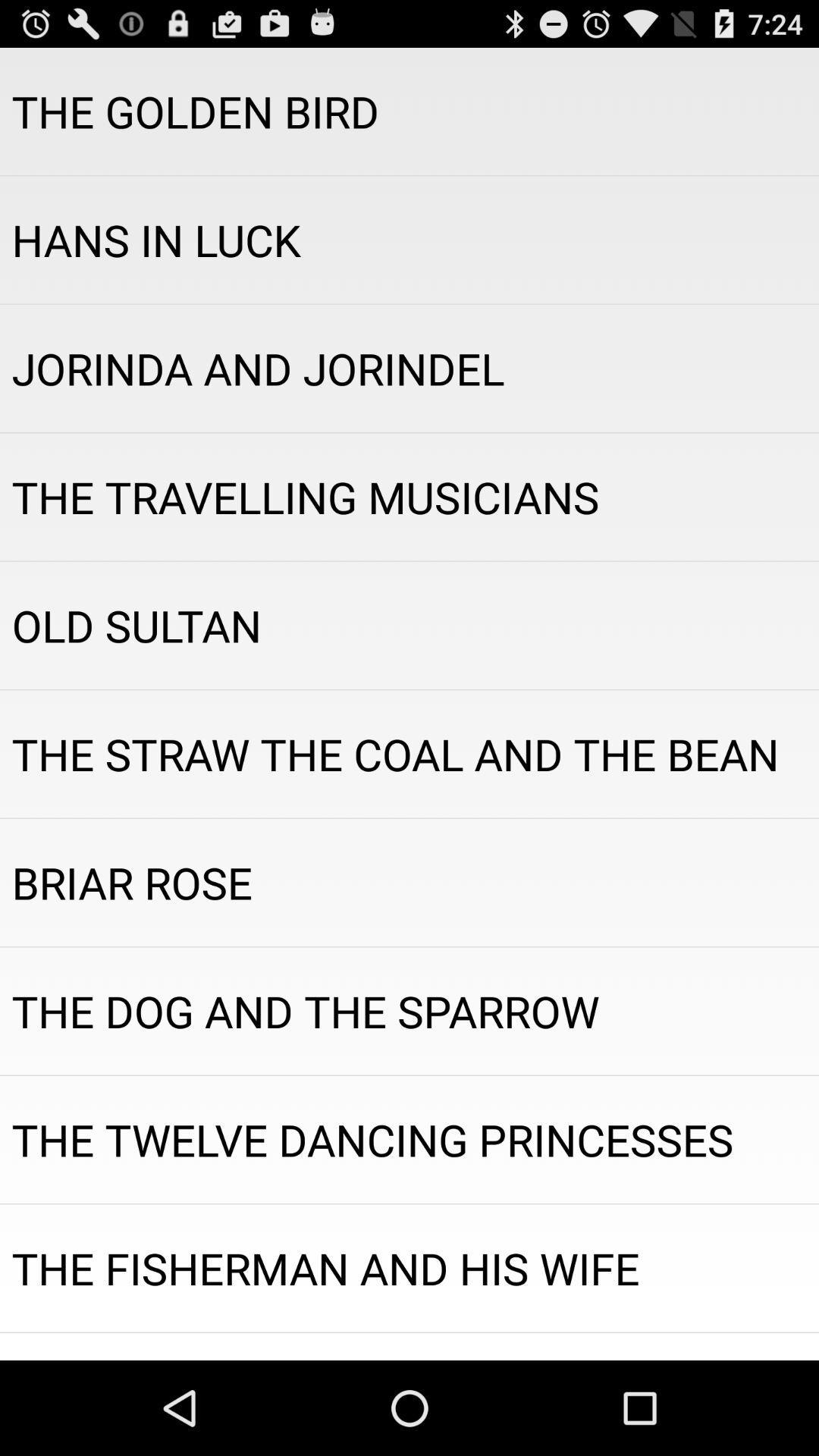 This screenshot has height=1456, width=819. Describe the element at coordinates (409, 239) in the screenshot. I see `the item below the the golden bird` at that location.